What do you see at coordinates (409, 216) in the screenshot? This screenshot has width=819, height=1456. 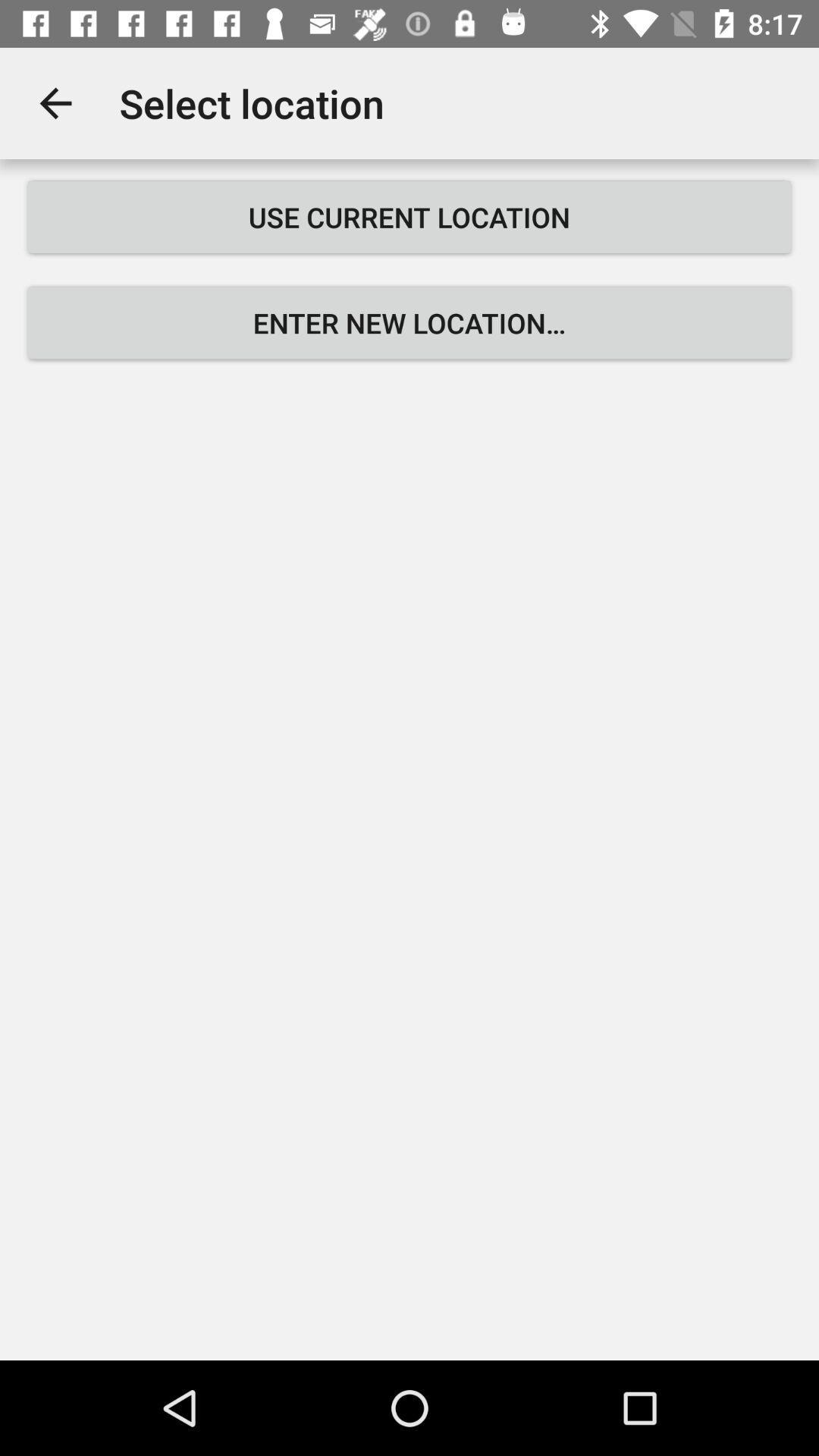 I see `the use current location icon` at bounding box center [409, 216].